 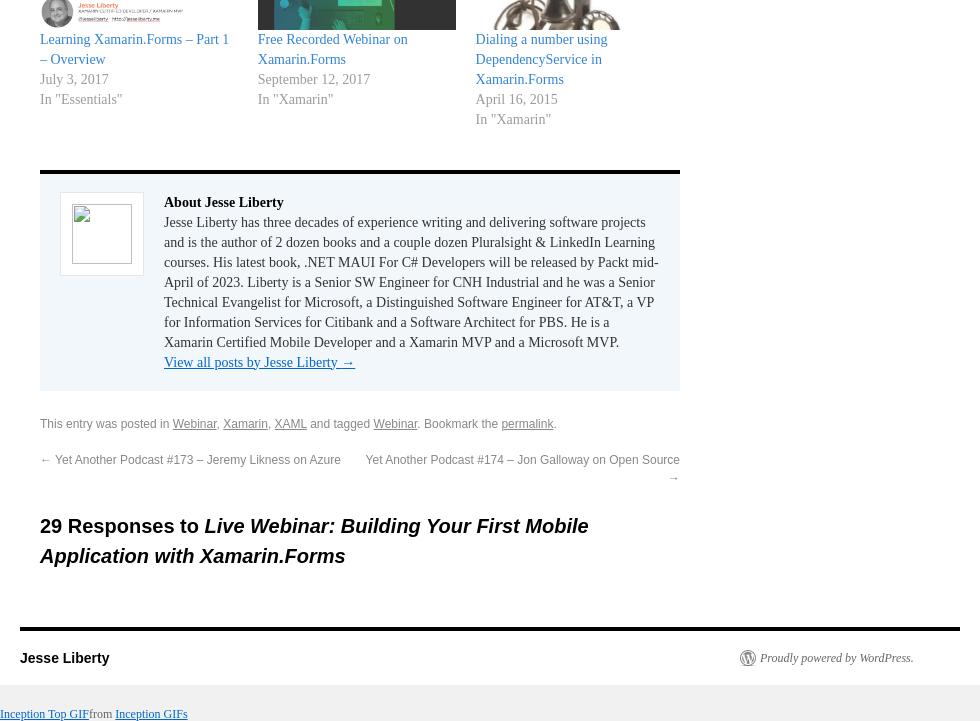 I want to click on 'Yet Another Podcast #173 – Jeremy Likness on Azure', so click(x=196, y=458).